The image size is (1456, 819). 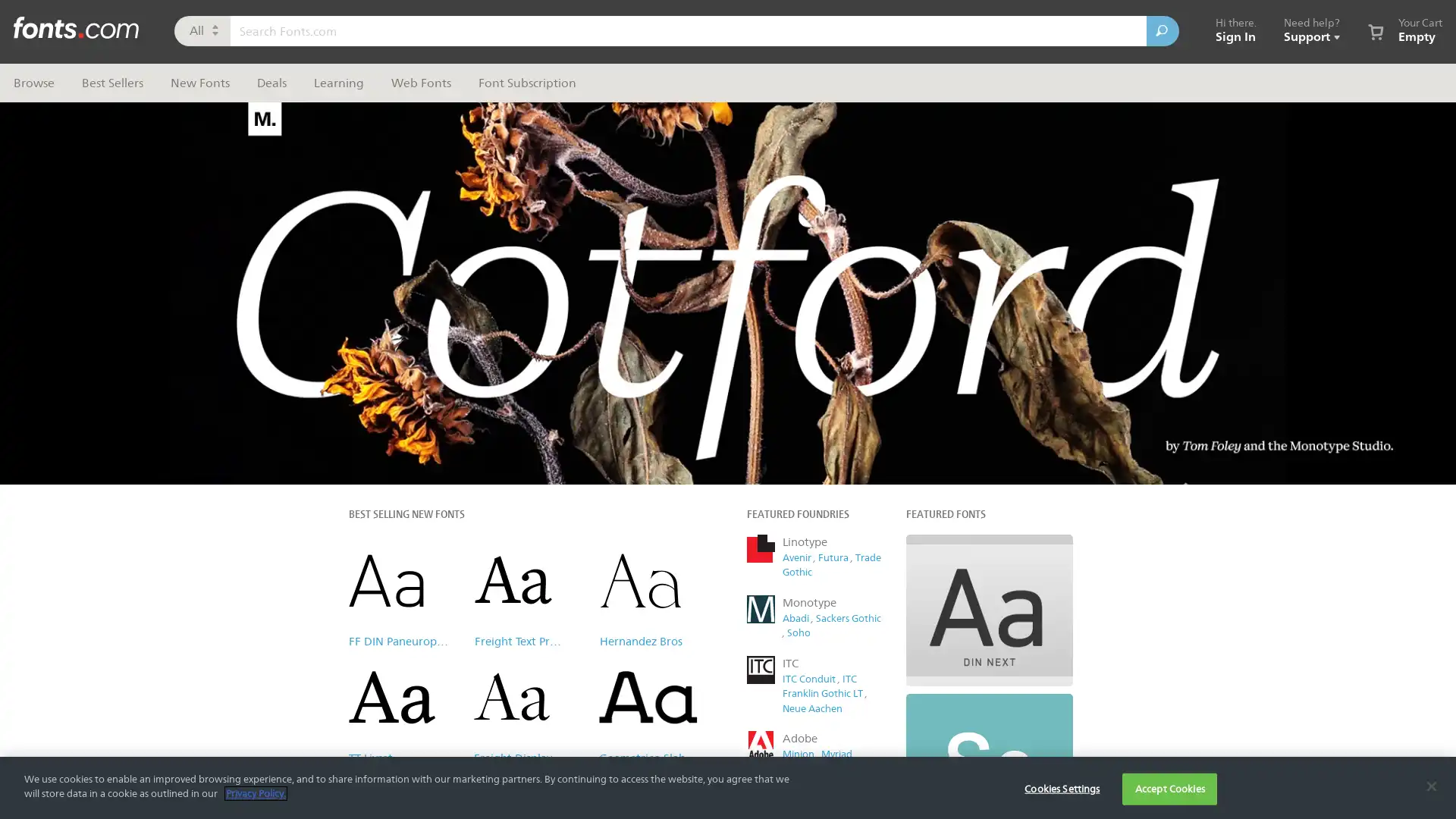 What do you see at coordinates (1430, 785) in the screenshot?
I see `Close` at bounding box center [1430, 785].